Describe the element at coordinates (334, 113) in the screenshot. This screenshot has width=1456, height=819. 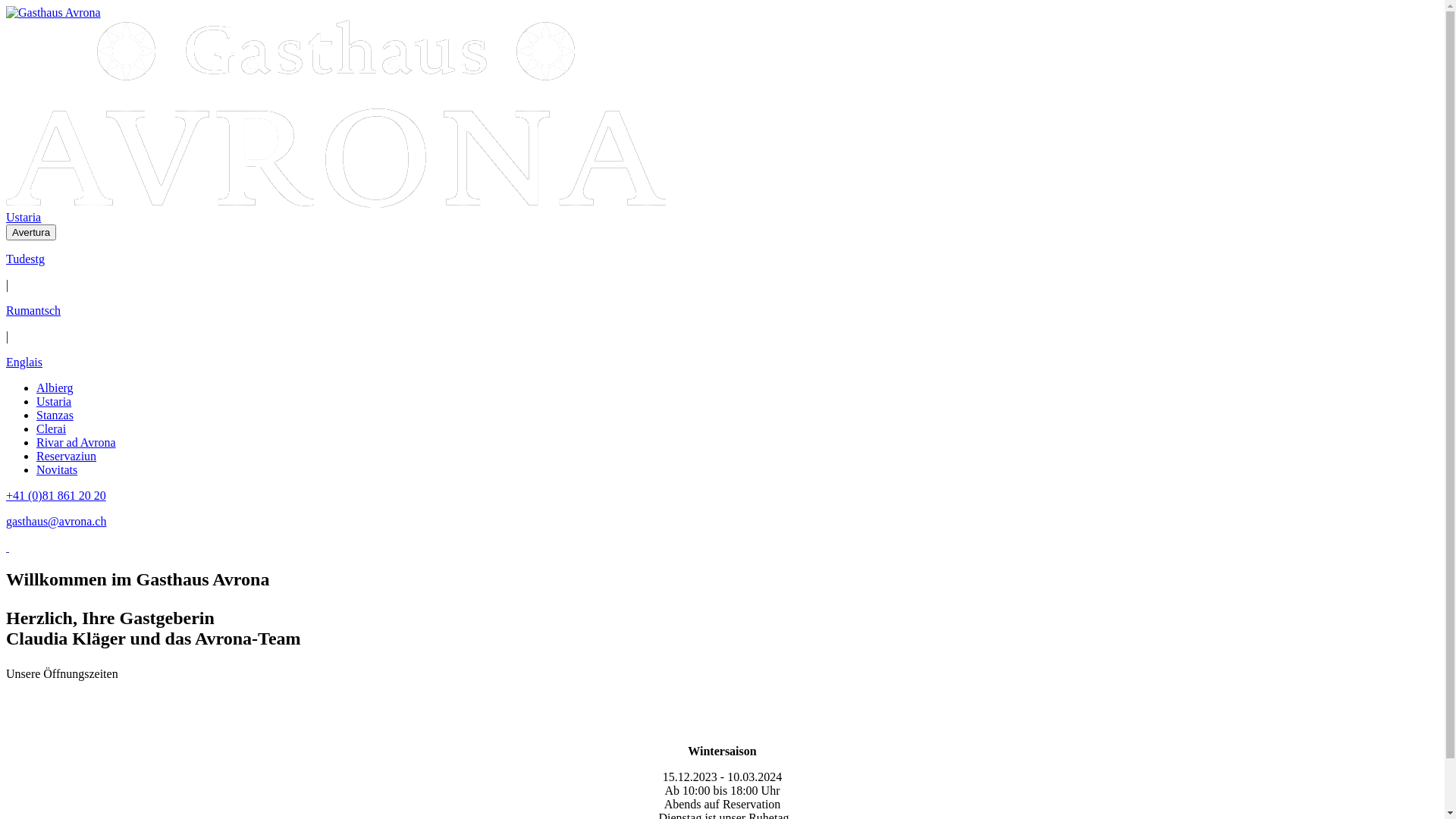
I see `'Gasthaus Avrona'` at that location.